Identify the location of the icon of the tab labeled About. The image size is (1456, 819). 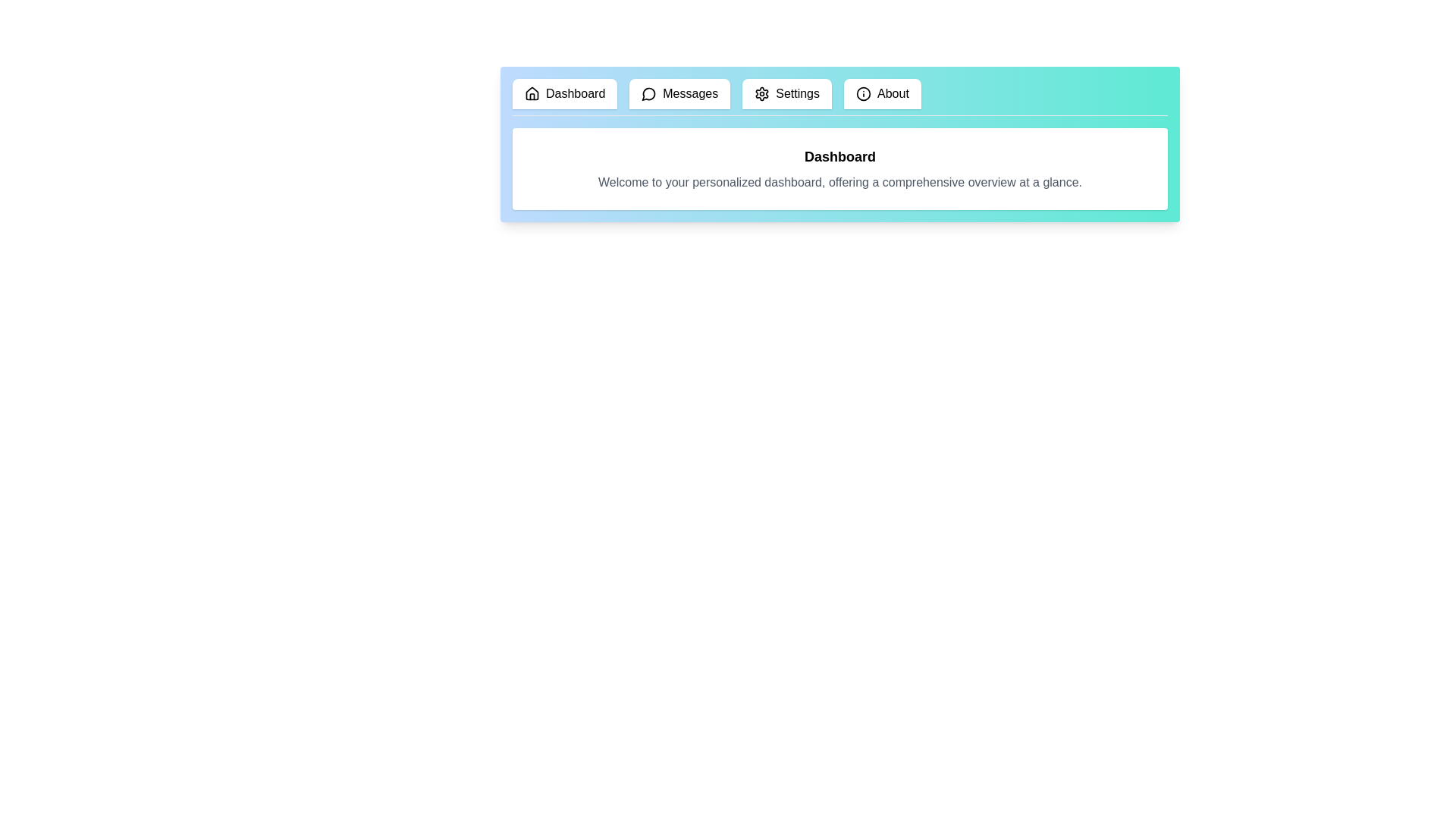
(863, 93).